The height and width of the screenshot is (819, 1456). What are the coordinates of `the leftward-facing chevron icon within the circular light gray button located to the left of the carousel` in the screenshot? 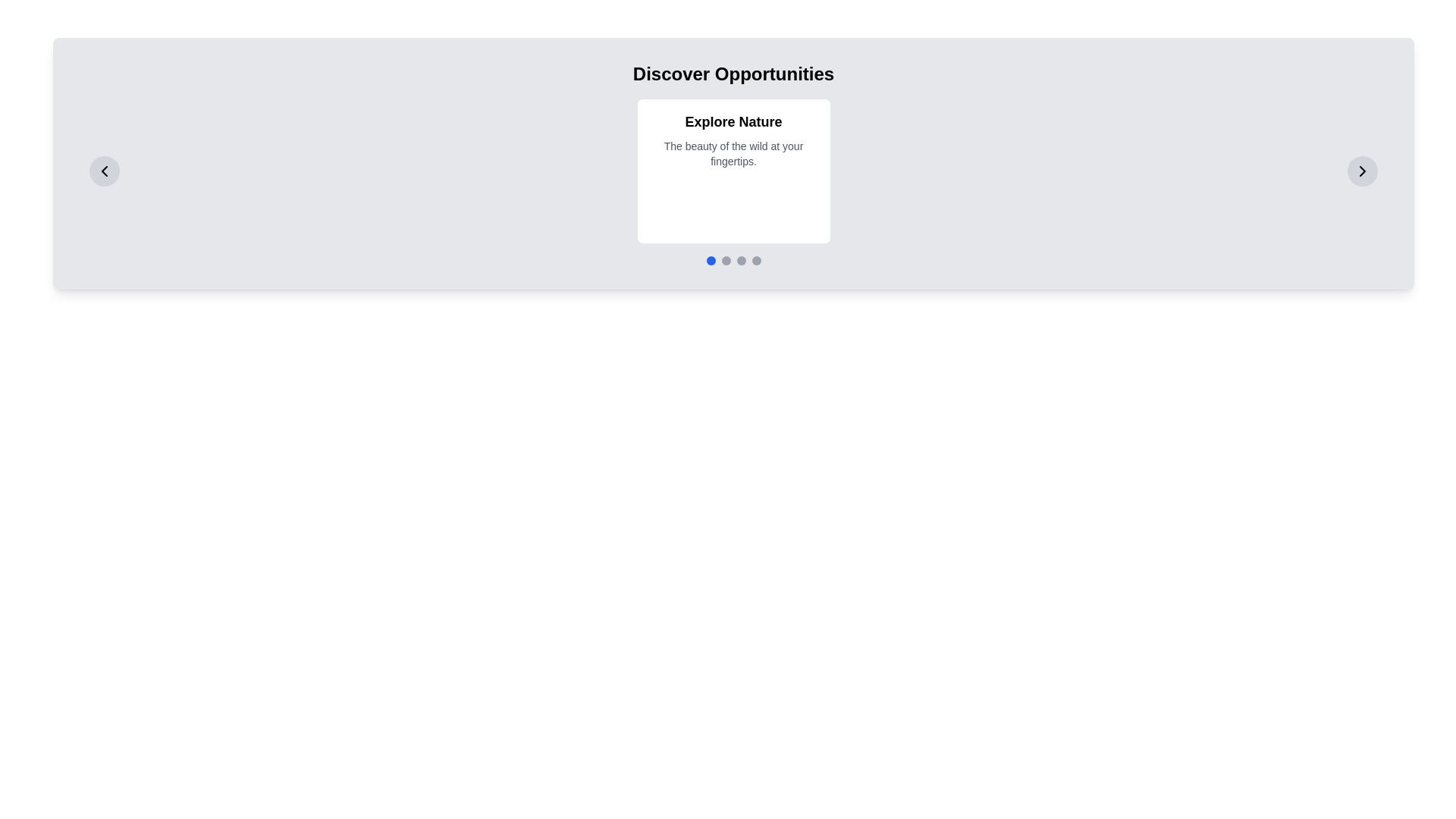 It's located at (104, 171).